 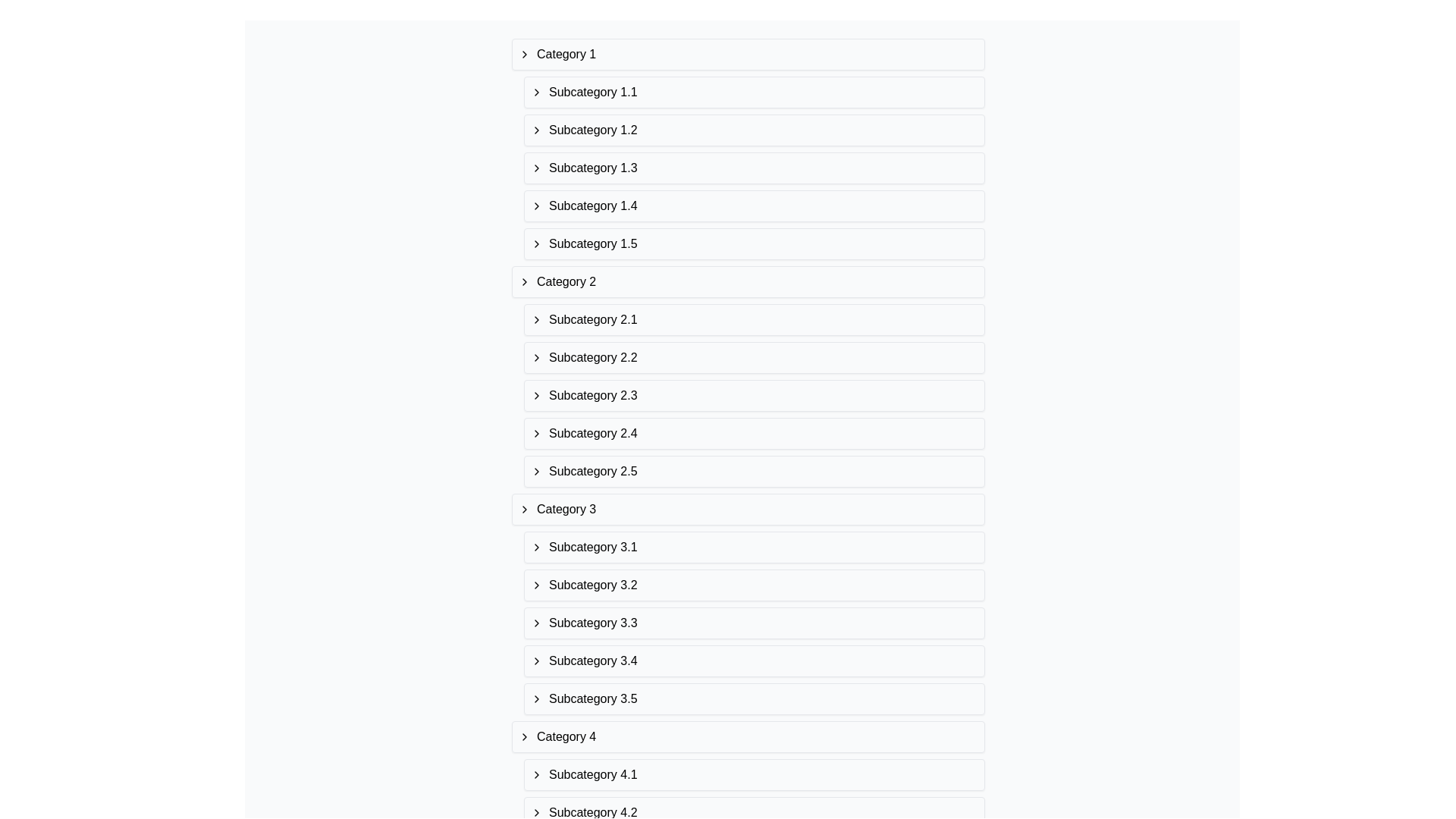 What do you see at coordinates (754, 698) in the screenshot?
I see `the Menu Item labeled 'Subcategory 3.5'` at bounding box center [754, 698].